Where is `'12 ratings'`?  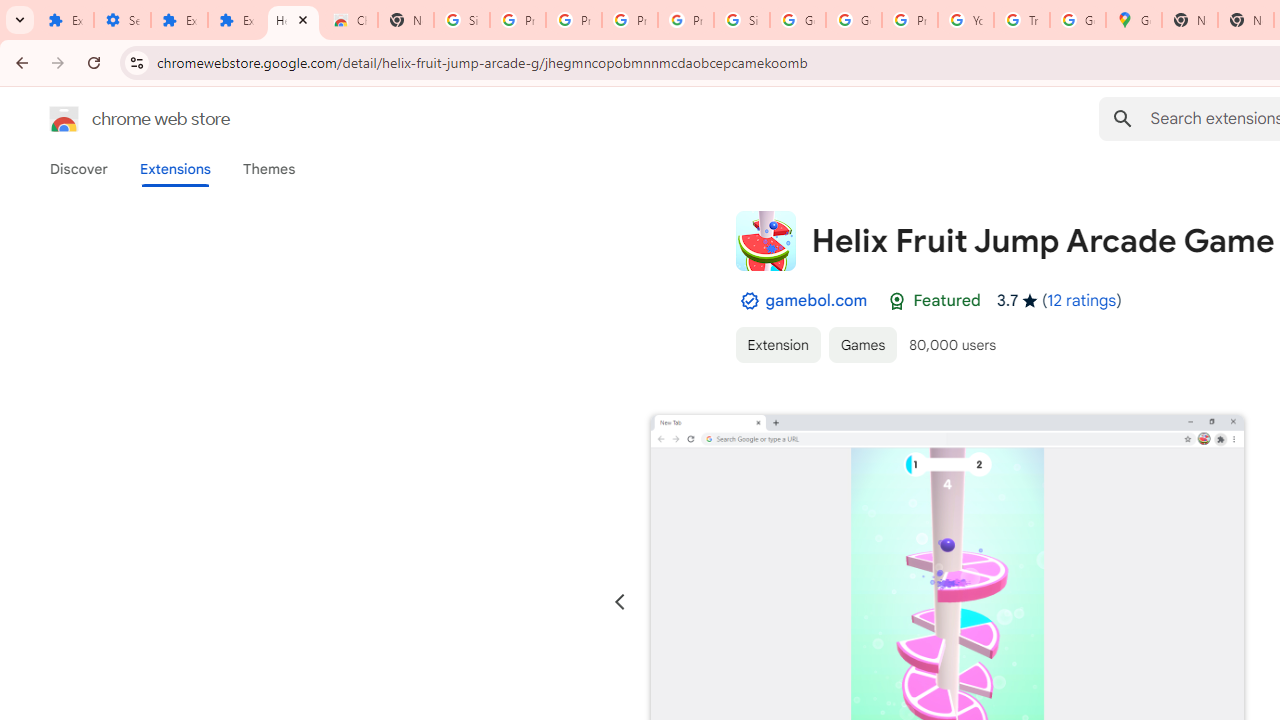 '12 ratings' is located at coordinates (1081, 300).